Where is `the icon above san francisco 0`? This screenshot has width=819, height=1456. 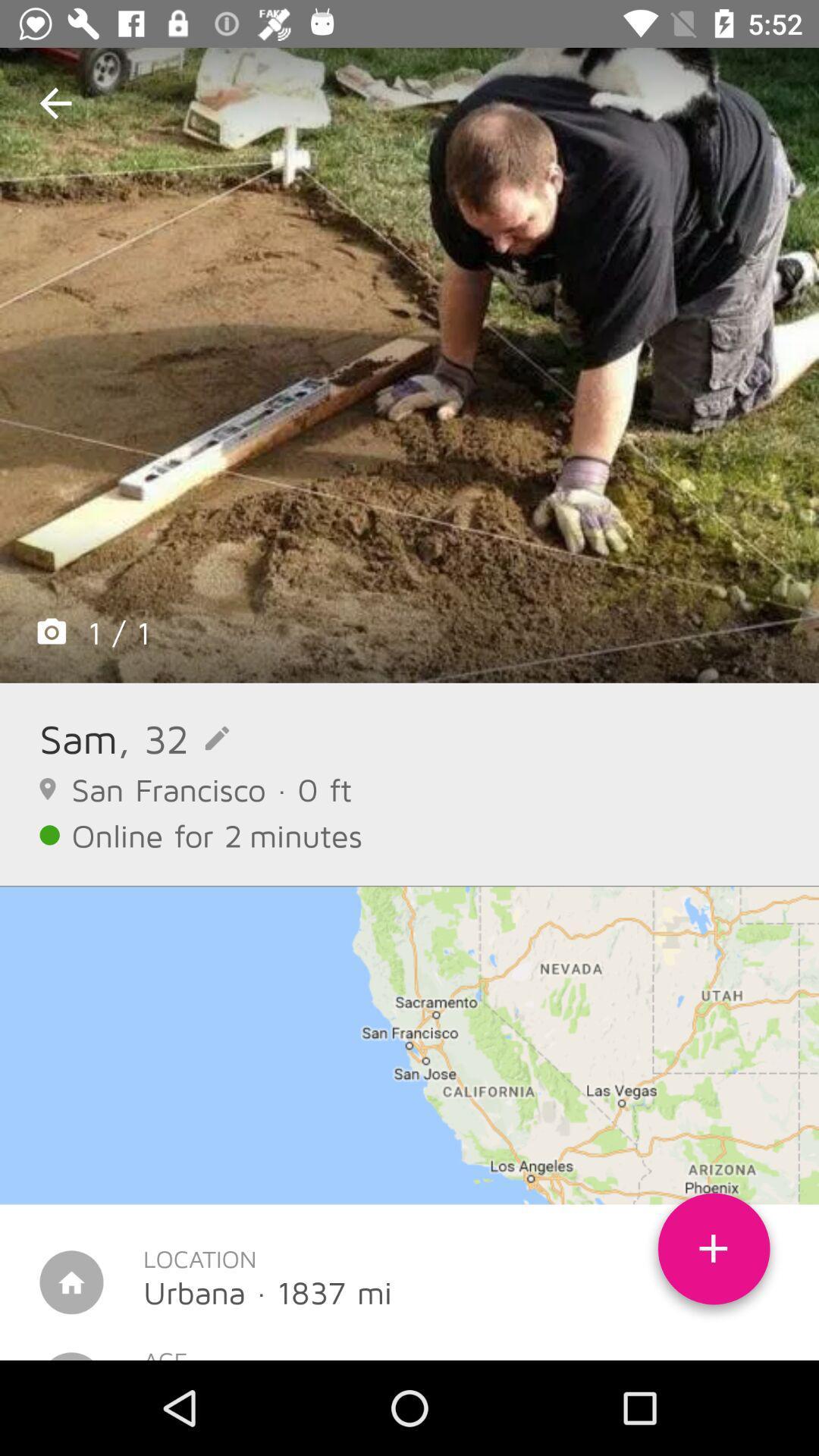 the icon above san francisco 0 is located at coordinates (172, 738).